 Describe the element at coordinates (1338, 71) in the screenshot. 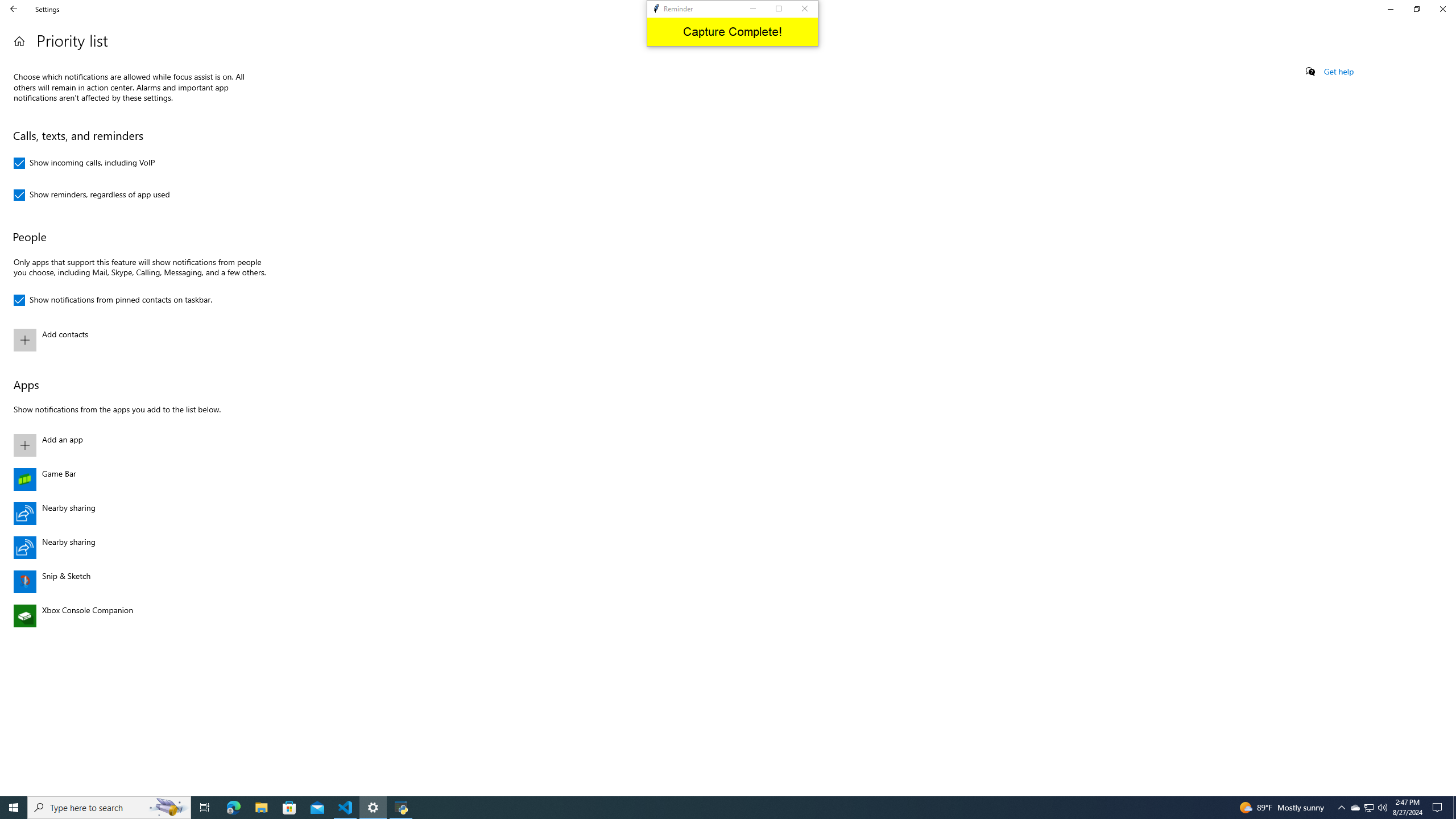

I see `'Get help'` at that location.